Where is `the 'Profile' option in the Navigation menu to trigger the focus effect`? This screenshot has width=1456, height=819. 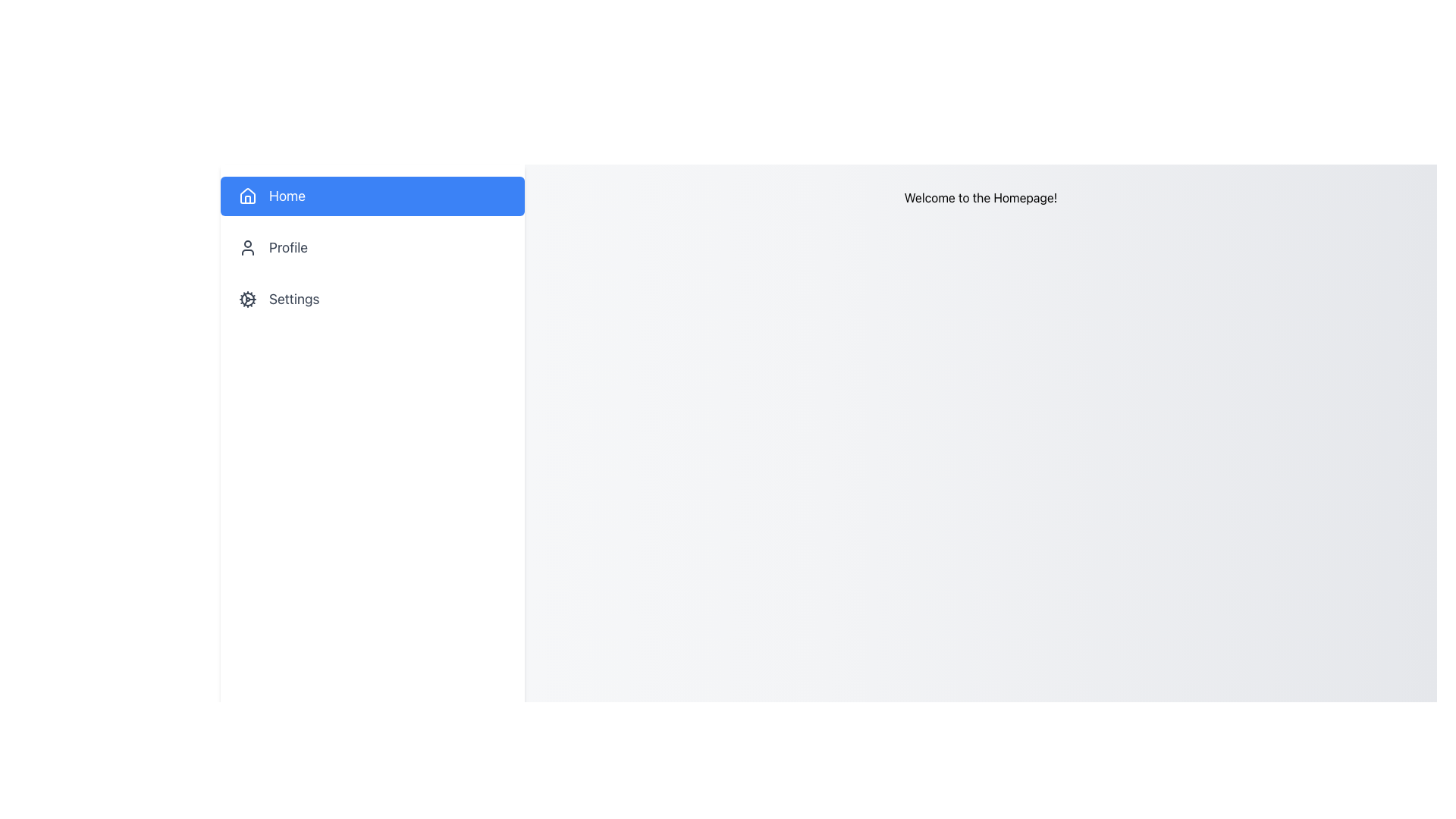
the 'Profile' option in the Navigation menu to trigger the focus effect is located at coordinates (372, 253).